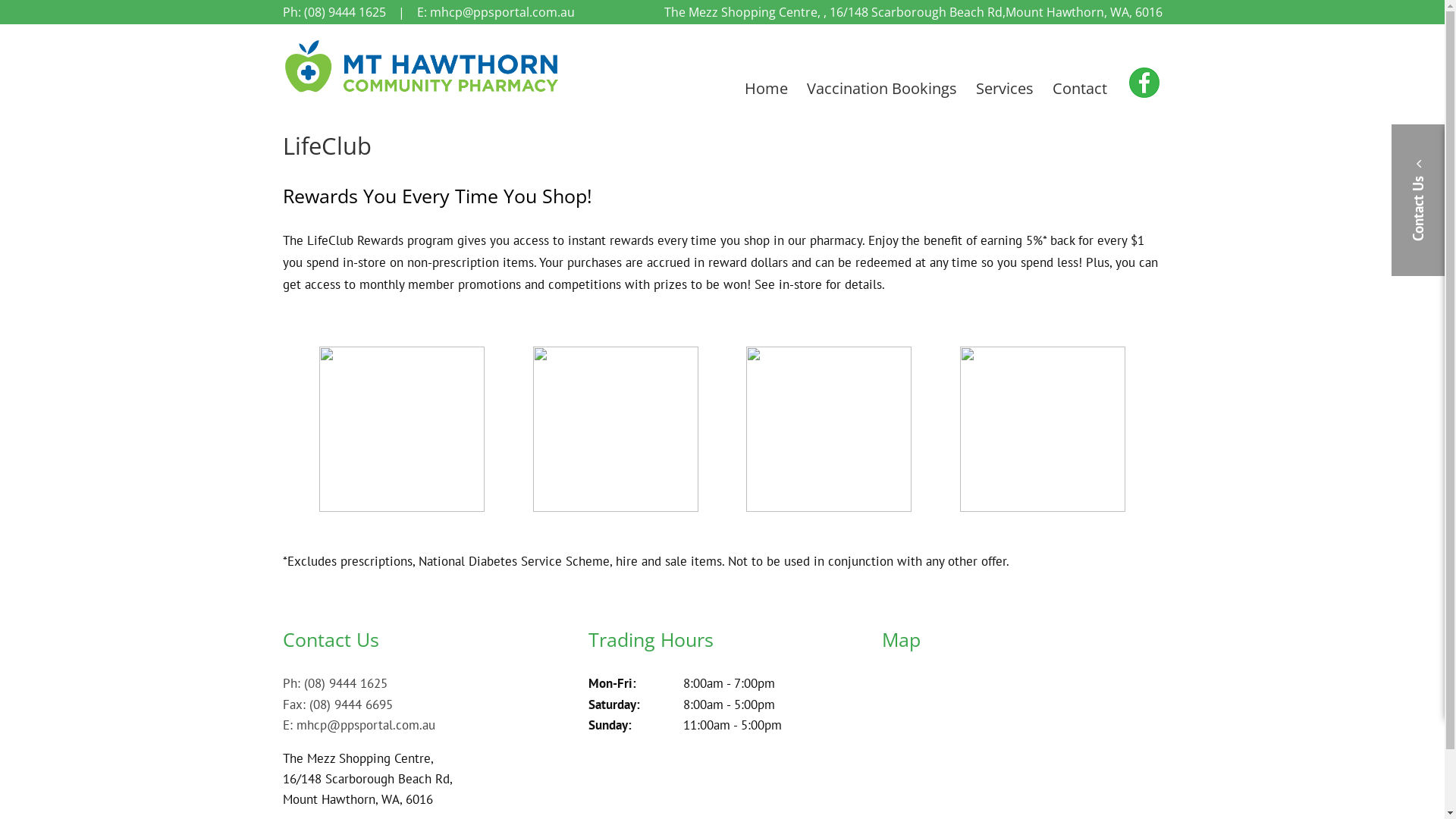 Image resolution: width=1456 pixels, height=819 pixels. I want to click on 'Home', so click(766, 88).